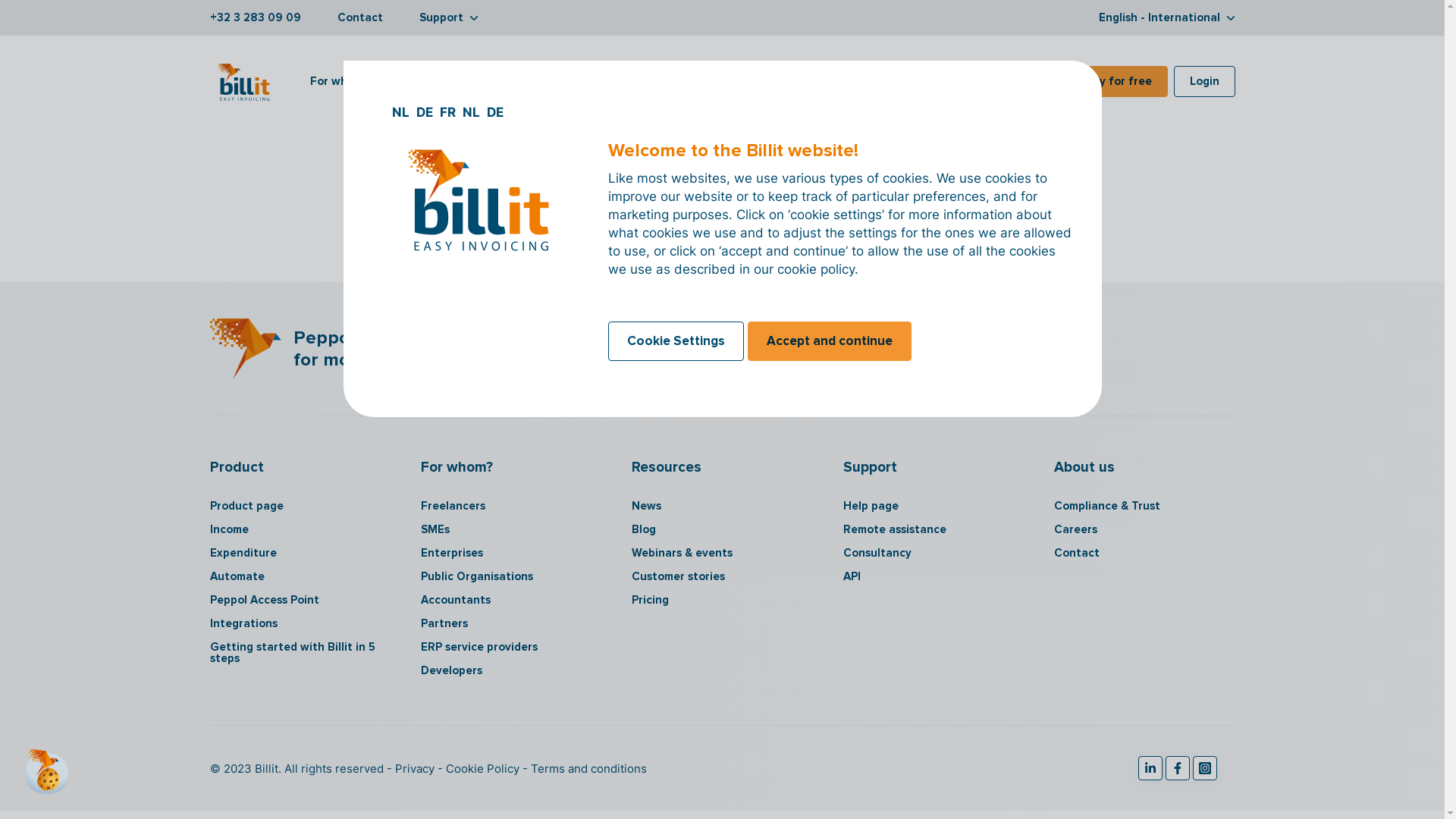 This screenshot has width=1456, height=819. What do you see at coordinates (425, 111) in the screenshot?
I see `'DE'` at bounding box center [425, 111].